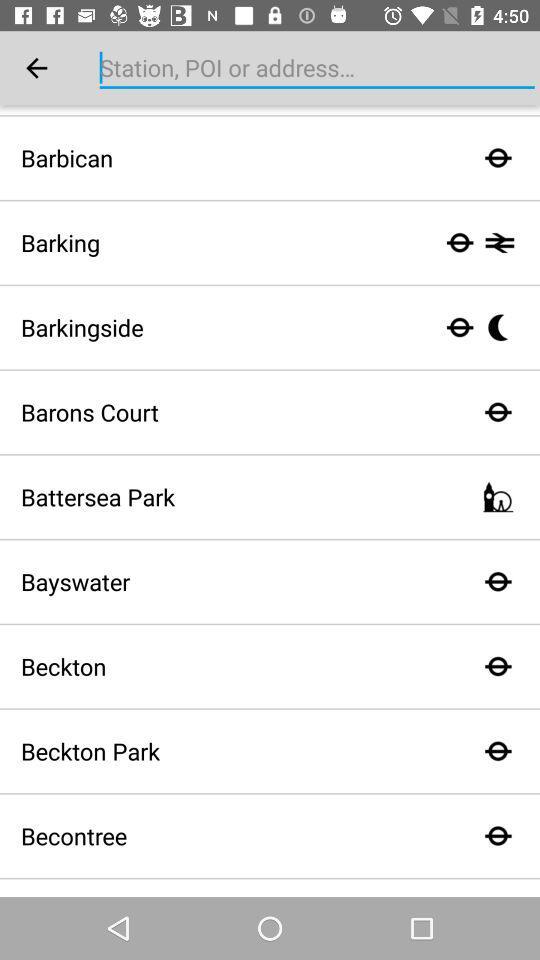 This screenshot has width=540, height=960. I want to click on the icon above barbican item, so click(36, 68).